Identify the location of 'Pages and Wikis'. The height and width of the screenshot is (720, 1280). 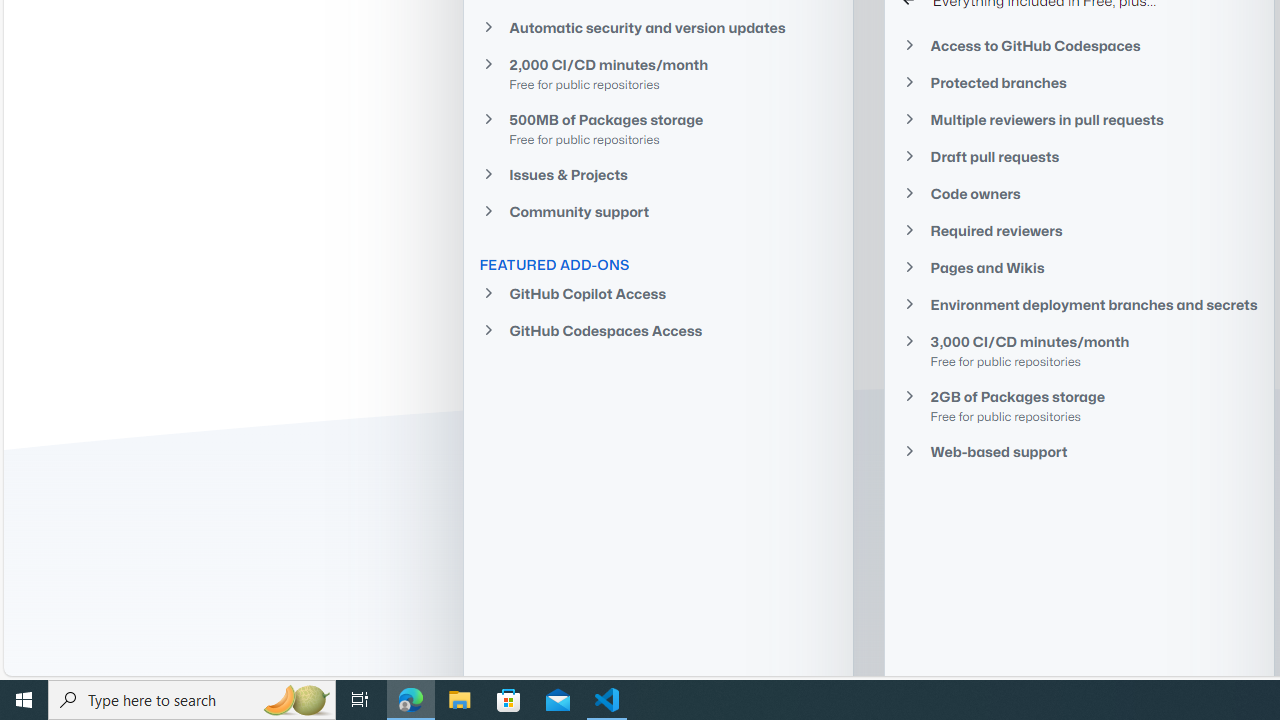
(1078, 267).